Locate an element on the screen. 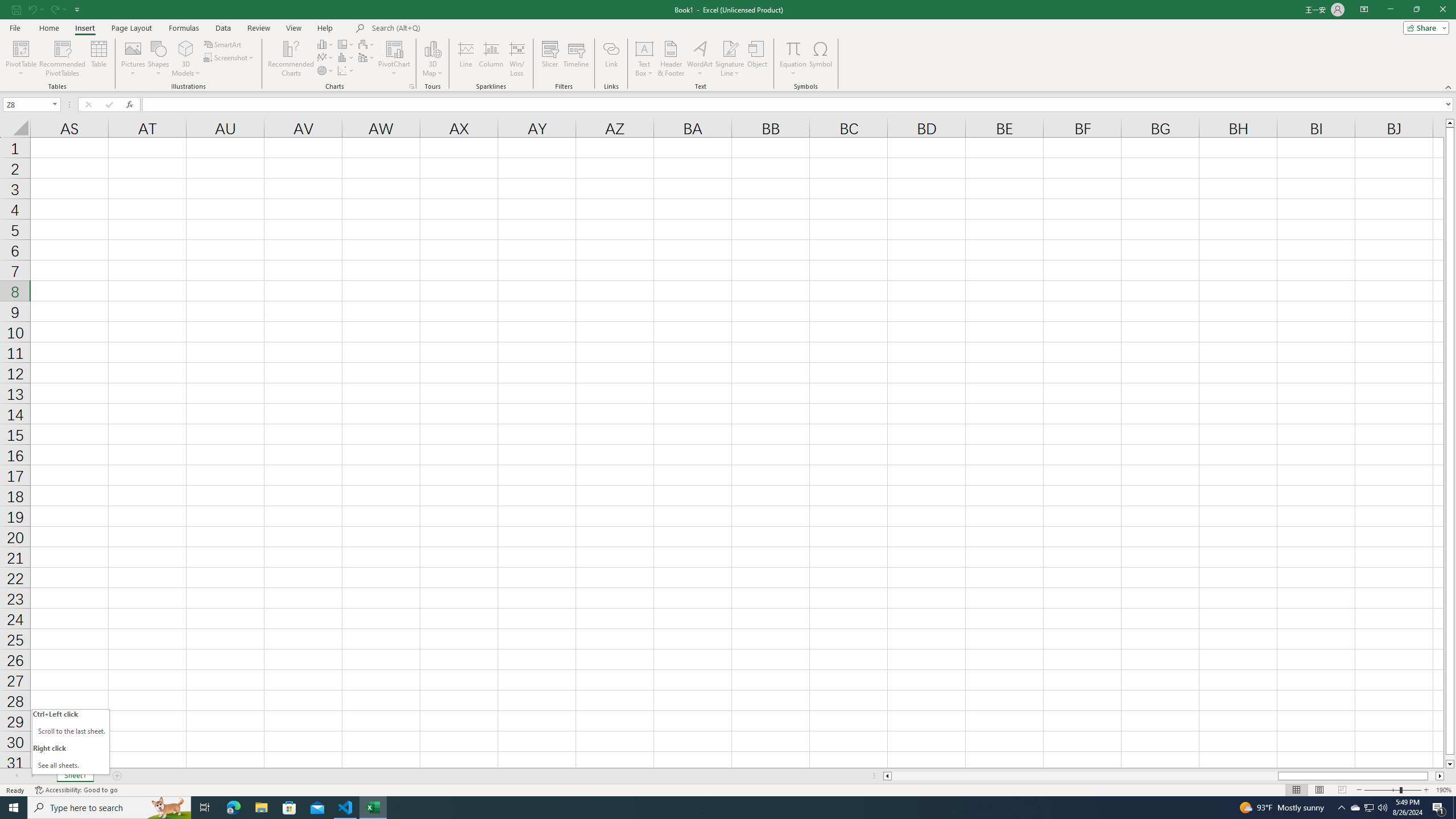 This screenshot has width=1456, height=819. 'Formulas' is located at coordinates (185, 28).